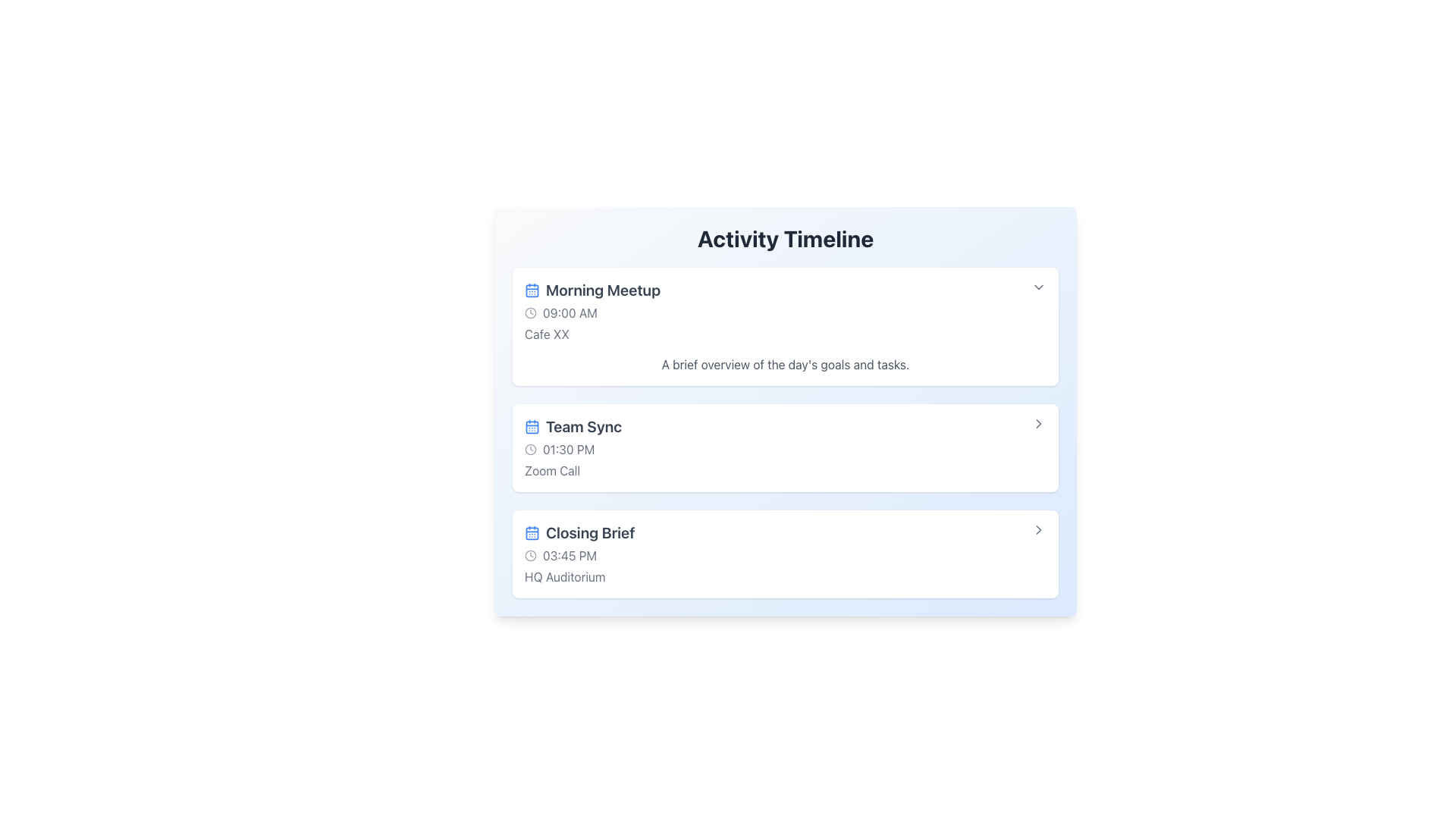  What do you see at coordinates (786, 365) in the screenshot?
I see `text label providing details for the 'Morning Meetup', located at the bottom of the entry in the 'Activity Timeline'` at bounding box center [786, 365].